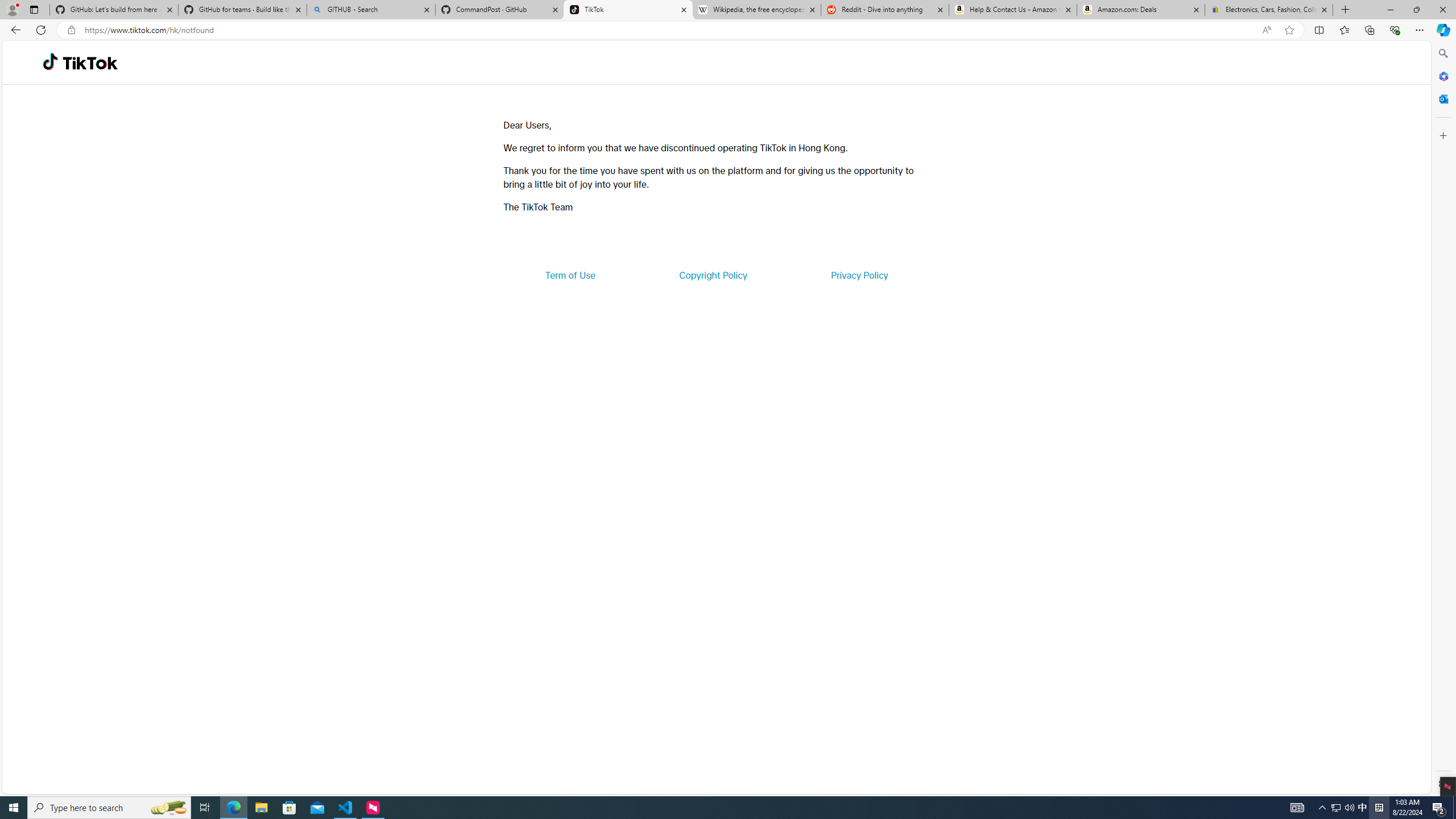  What do you see at coordinates (858, 274) in the screenshot?
I see `'Privacy Policy'` at bounding box center [858, 274].